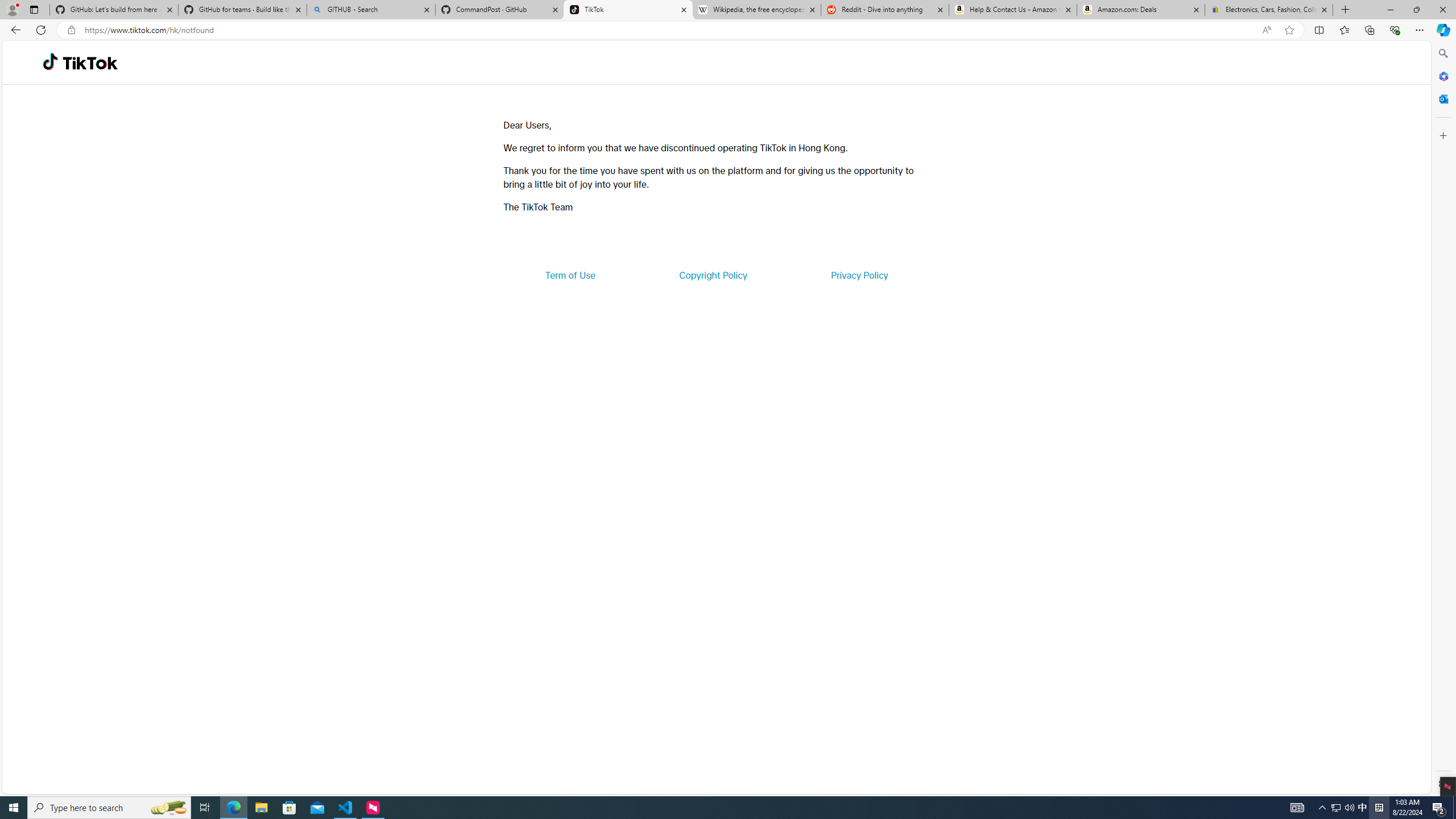  What do you see at coordinates (858, 274) in the screenshot?
I see `'Privacy Policy'` at bounding box center [858, 274].